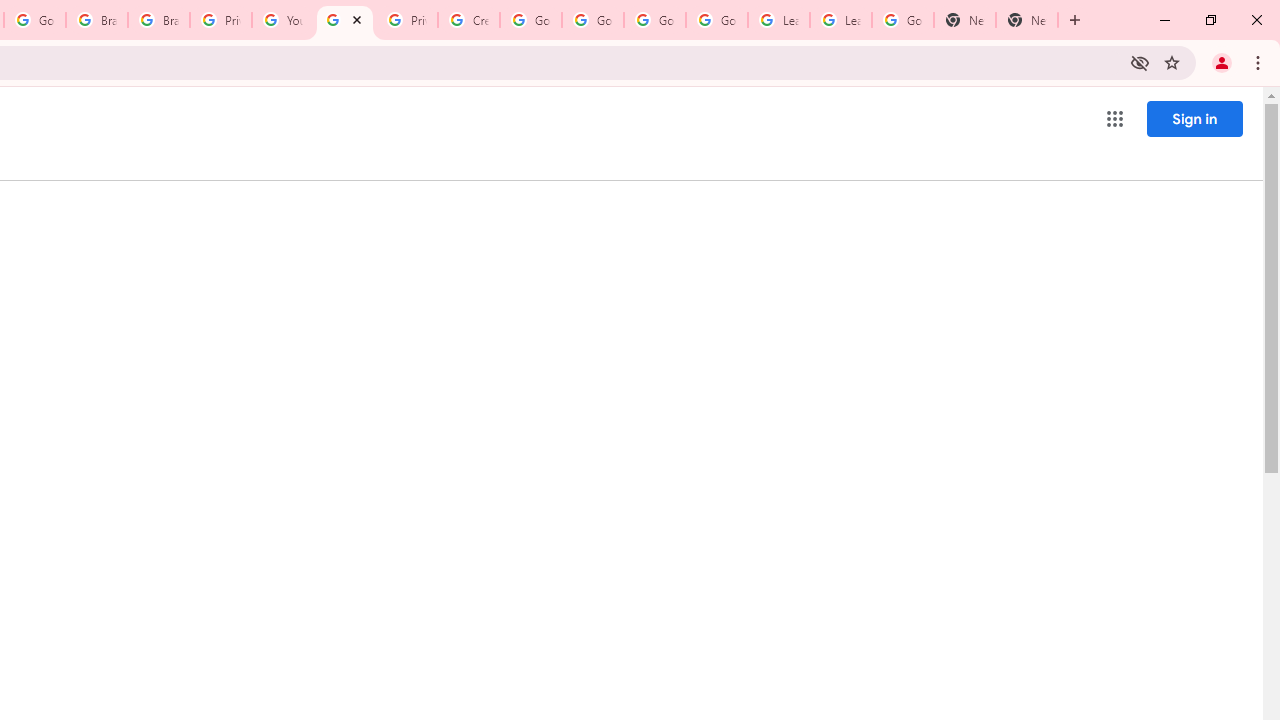 The width and height of the screenshot is (1280, 720). What do you see at coordinates (1113, 119) in the screenshot?
I see `'Google apps'` at bounding box center [1113, 119].